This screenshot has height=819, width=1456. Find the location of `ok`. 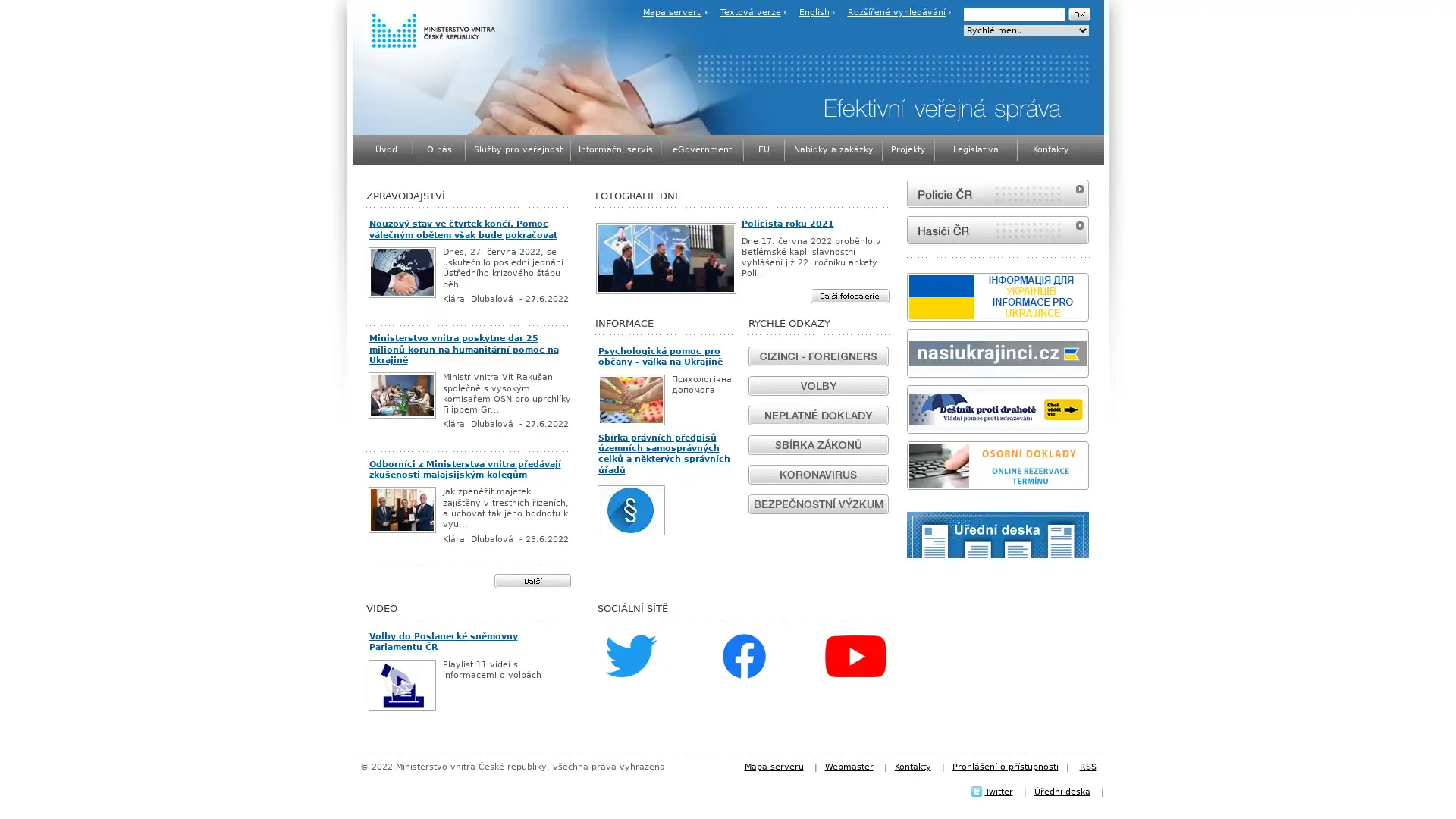

ok is located at coordinates (1078, 14).